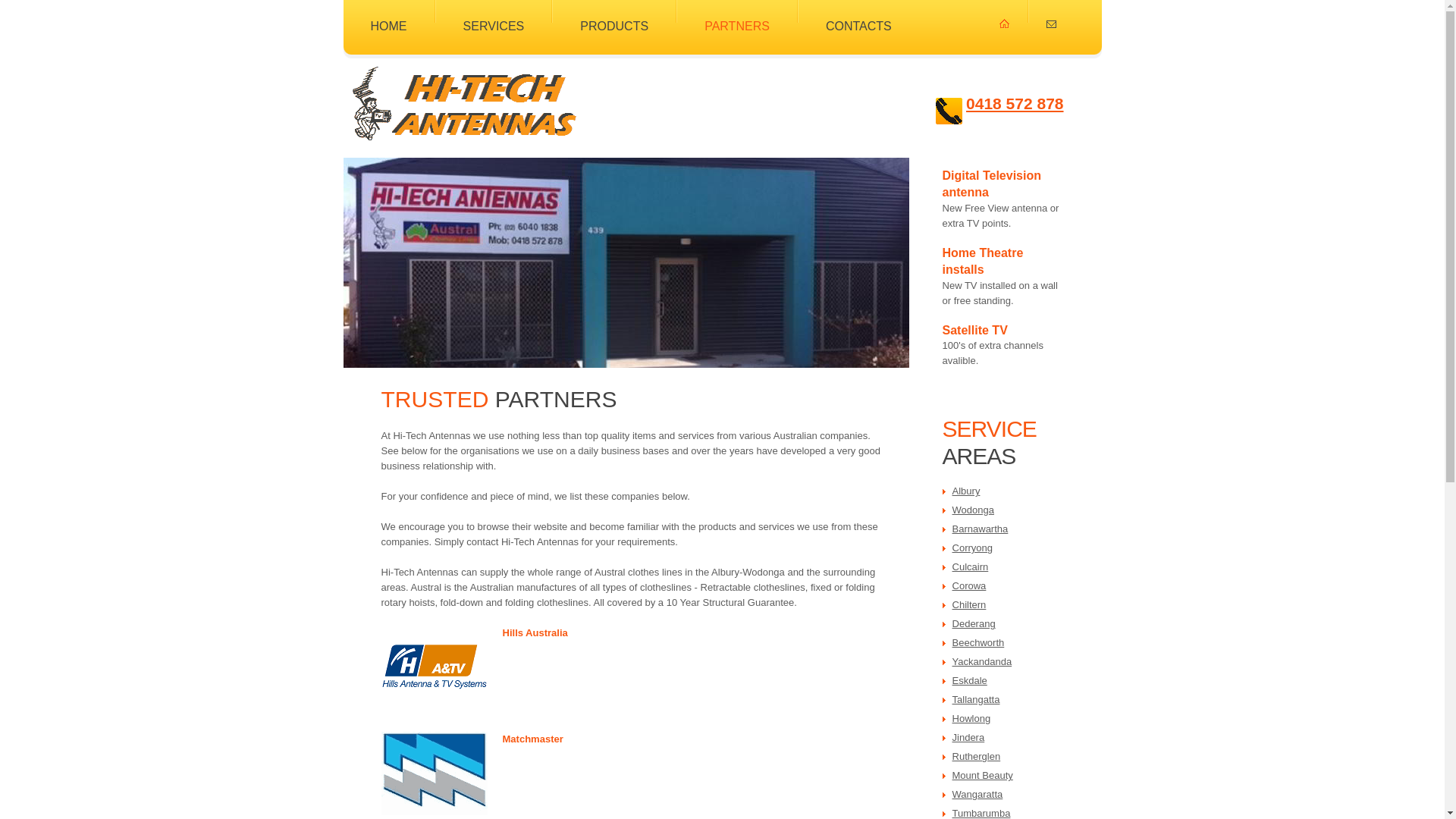 The height and width of the screenshot is (819, 1456). Describe the element at coordinates (974, 623) in the screenshot. I see `'Dederang'` at that location.